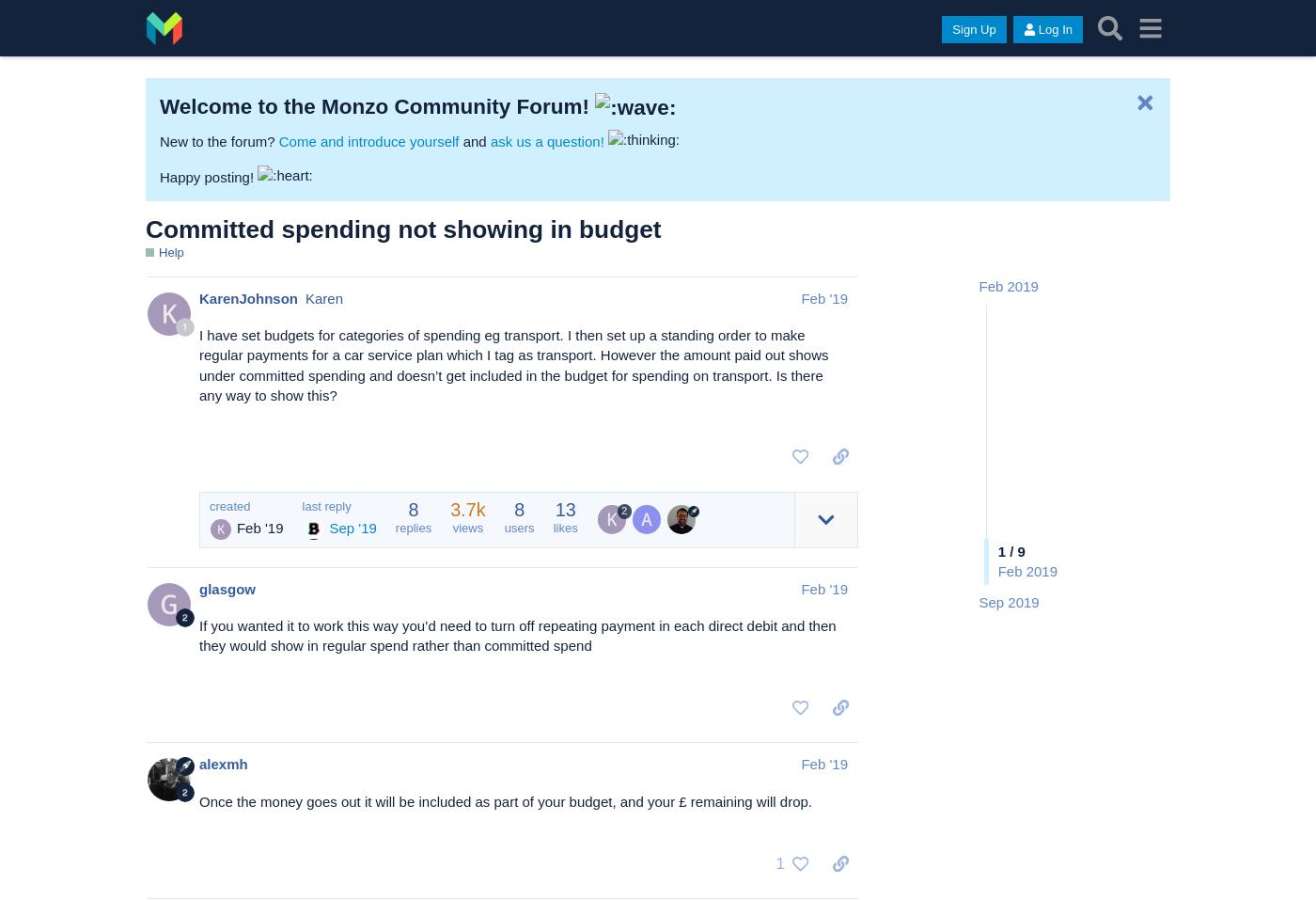 The image size is (1316, 900). What do you see at coordinates (565, 508) in the screenshot?
I see `'13'` at bounding box center [565, 508].